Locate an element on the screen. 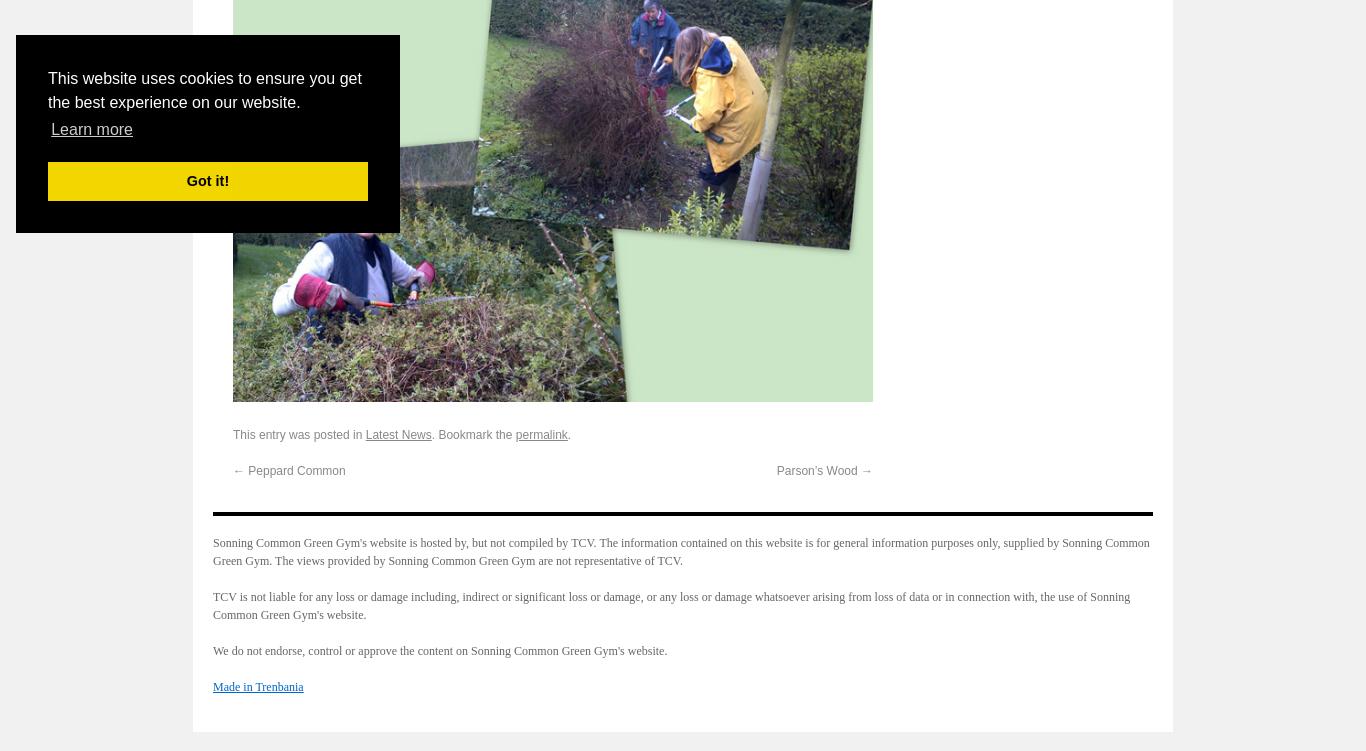 This screenshot has height=751, width=1366. '.' is located at coordinates (568, 433).